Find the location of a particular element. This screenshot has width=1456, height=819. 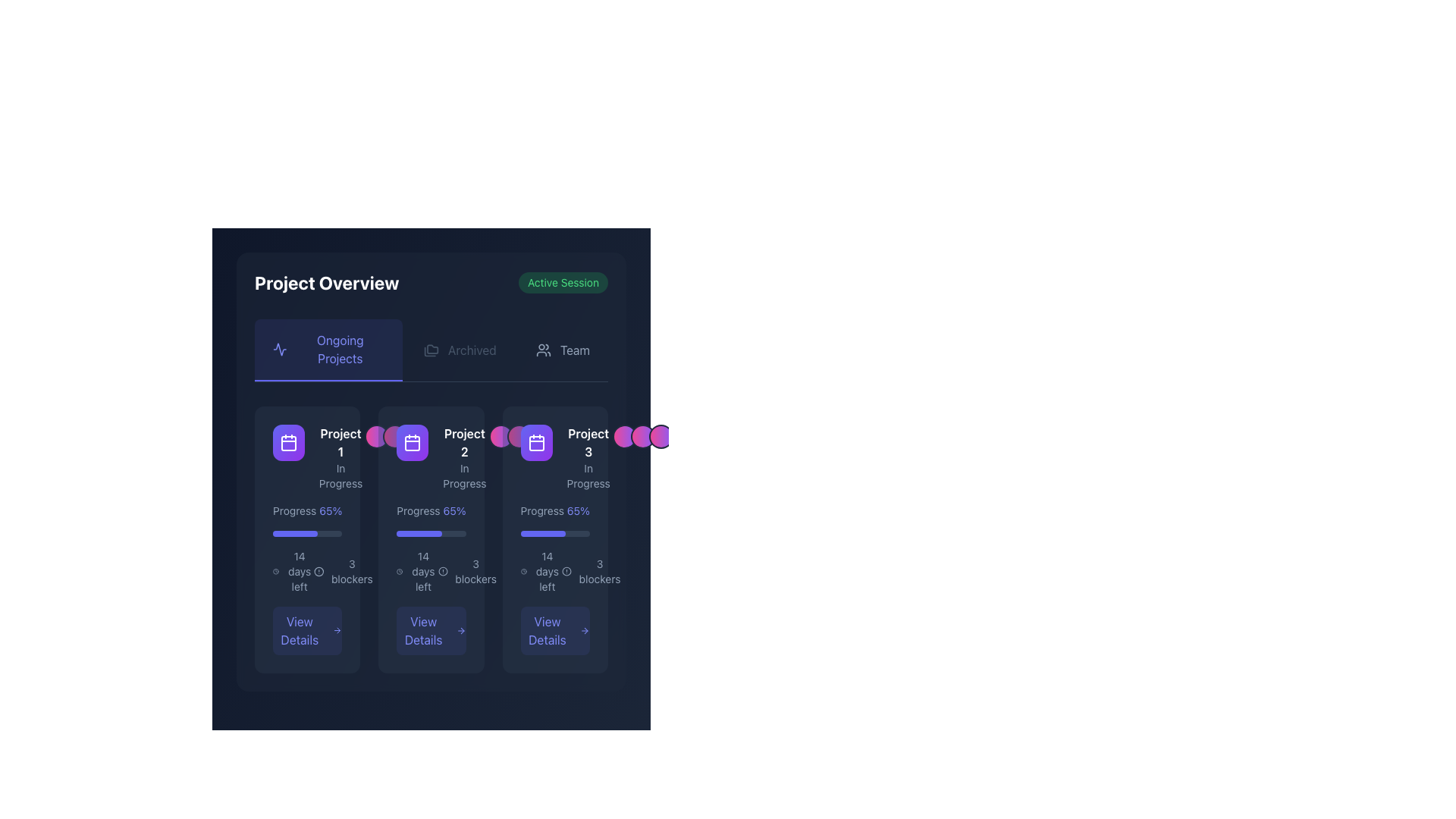

the static text label displaying 'Progress' in light grey color, located in the first card at the top left of the project progress grid is located at coordinates (294, 511).